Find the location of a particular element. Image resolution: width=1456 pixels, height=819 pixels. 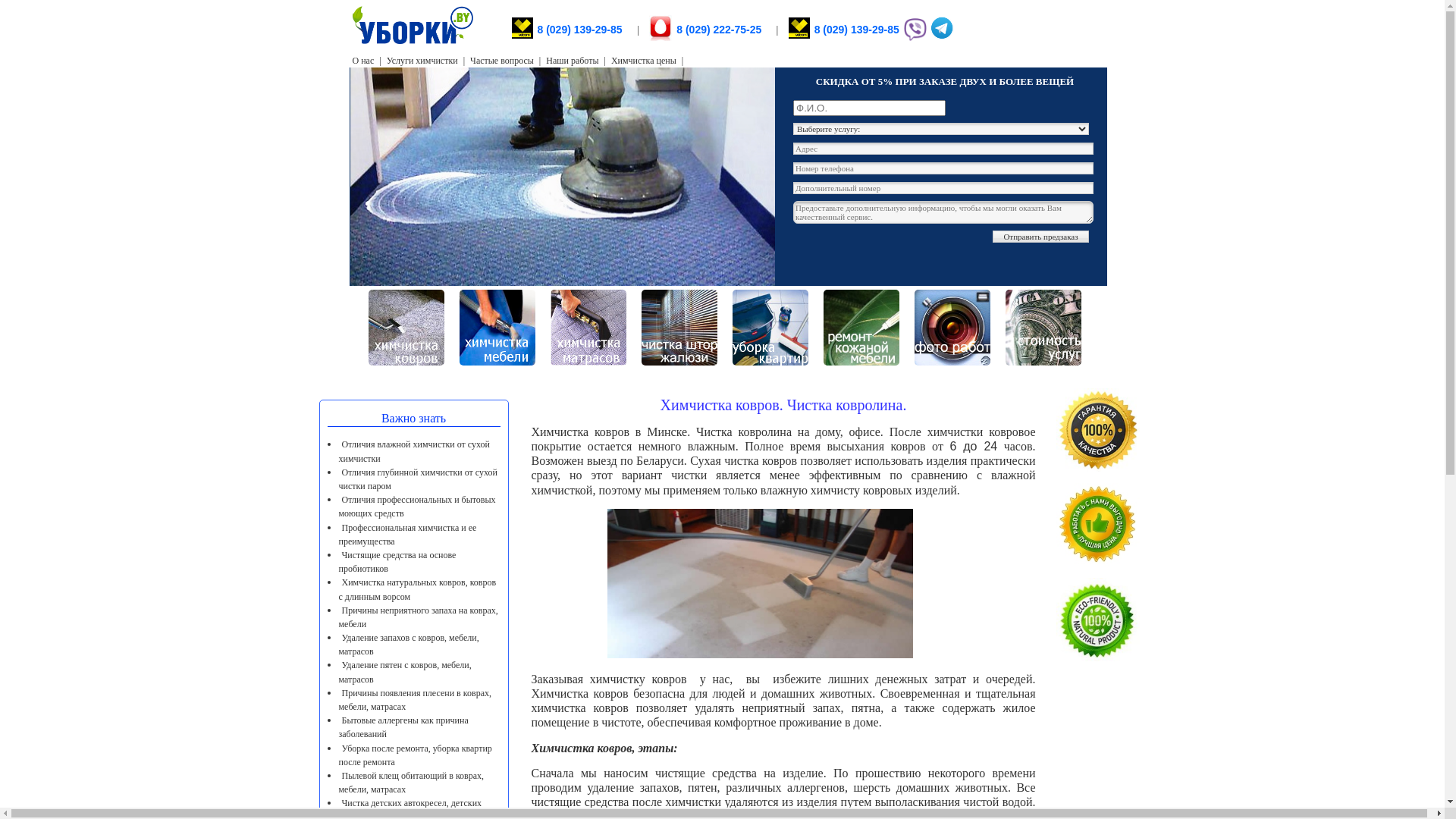

'8 (029) 139-29-85' is located at coordinates (799, 28).